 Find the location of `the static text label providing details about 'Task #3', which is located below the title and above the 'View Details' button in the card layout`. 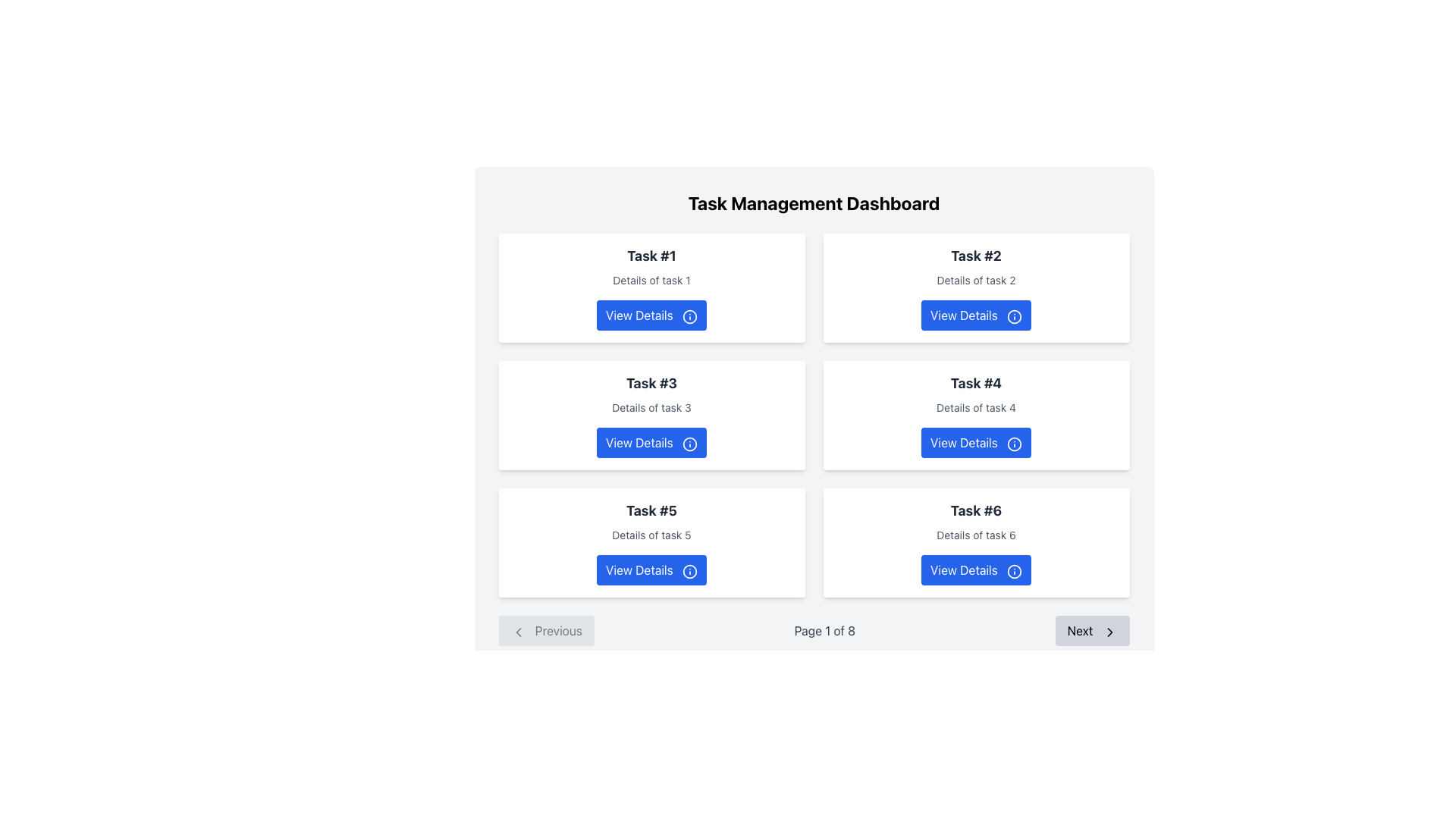

the static text label providing details about 'Task #3', which is located below the title and above the 'View Details' button in the card layout is located at coordinates (651, 406).